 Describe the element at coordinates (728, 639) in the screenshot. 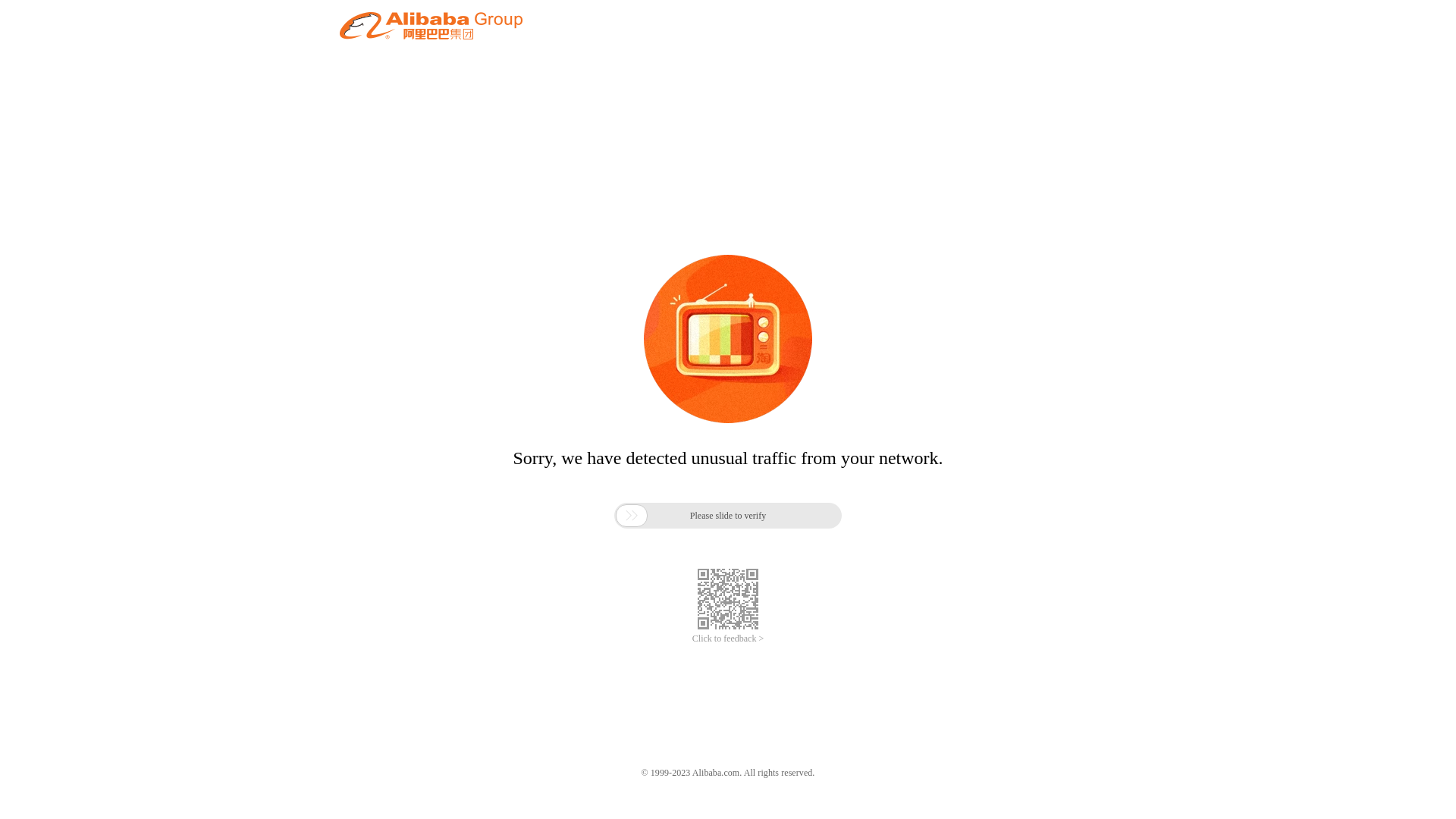

I see `'Click to feedback >'` at that location.